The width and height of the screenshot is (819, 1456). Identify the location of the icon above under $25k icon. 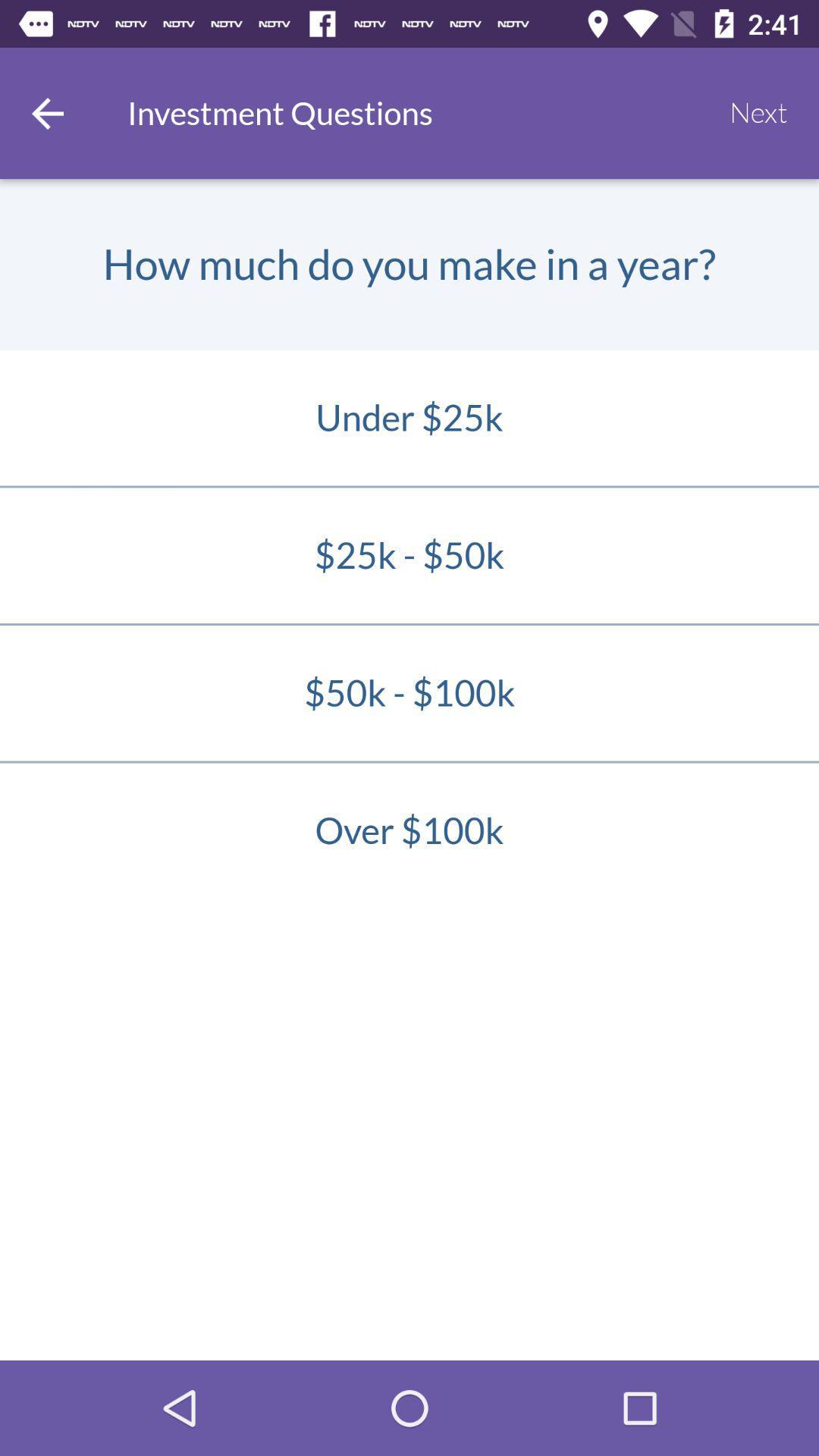
(758, 112).